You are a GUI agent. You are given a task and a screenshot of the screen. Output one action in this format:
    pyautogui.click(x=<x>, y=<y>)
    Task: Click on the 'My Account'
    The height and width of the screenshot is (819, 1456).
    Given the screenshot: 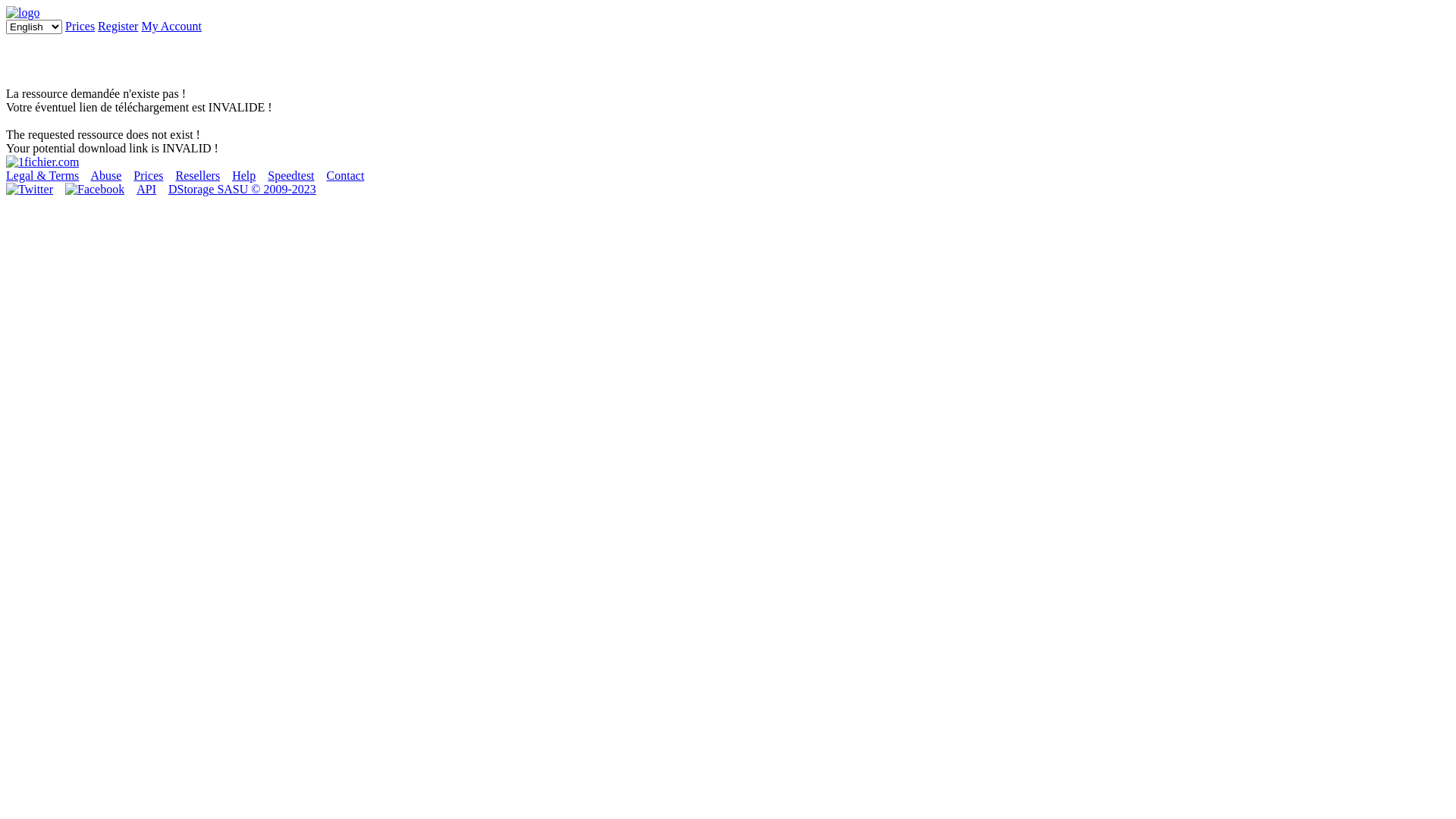 What is the action you would take?
    pyautogui.click(x=171, y=26)
    